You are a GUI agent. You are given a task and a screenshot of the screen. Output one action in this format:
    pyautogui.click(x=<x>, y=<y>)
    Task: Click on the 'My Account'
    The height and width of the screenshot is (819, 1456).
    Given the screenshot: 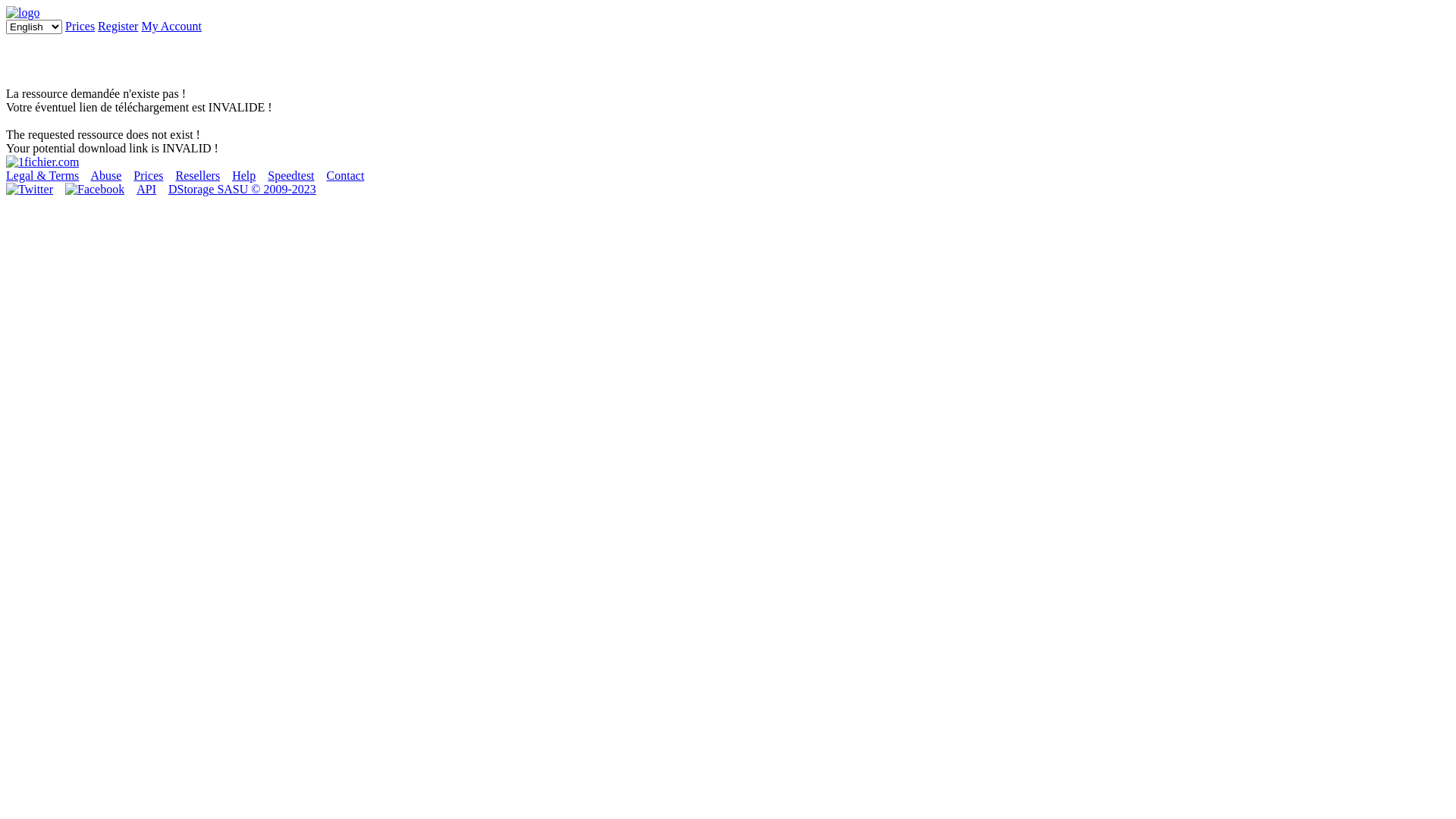 What is the action you would take?
    pyautogui.click(x=171, y=26)
    